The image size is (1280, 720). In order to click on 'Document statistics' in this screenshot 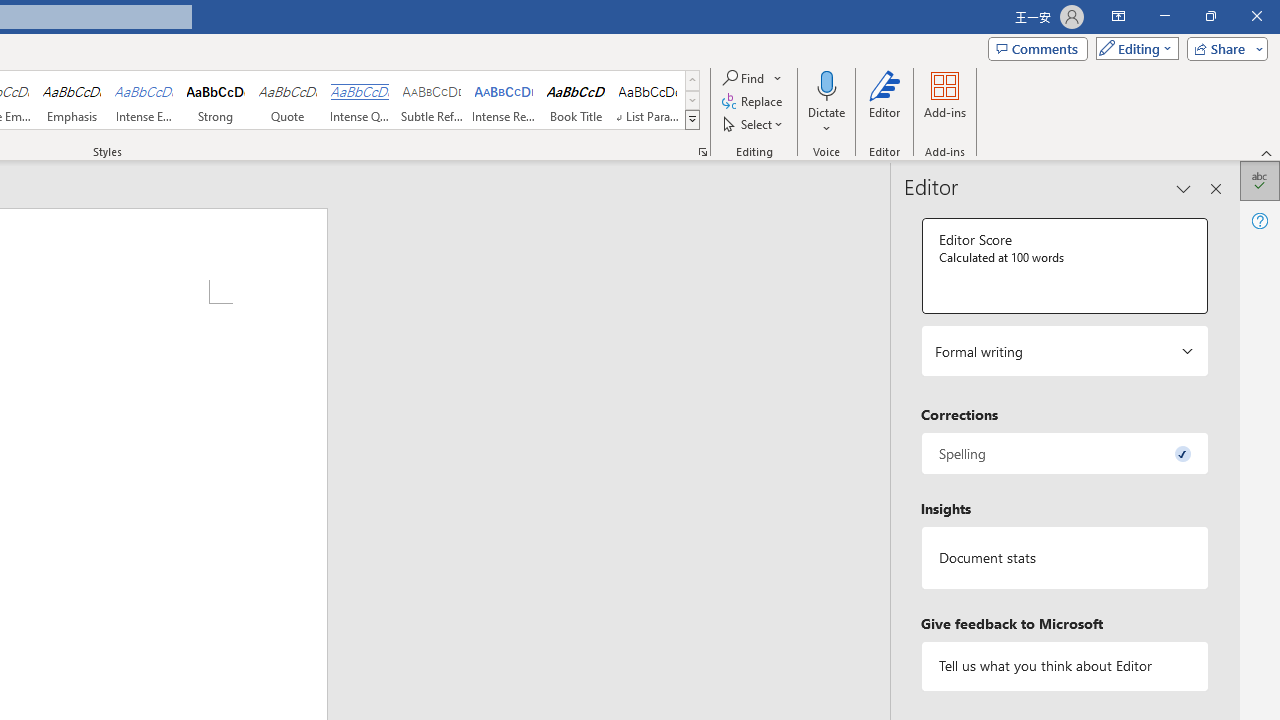, I will do `click(1063, 558)`.